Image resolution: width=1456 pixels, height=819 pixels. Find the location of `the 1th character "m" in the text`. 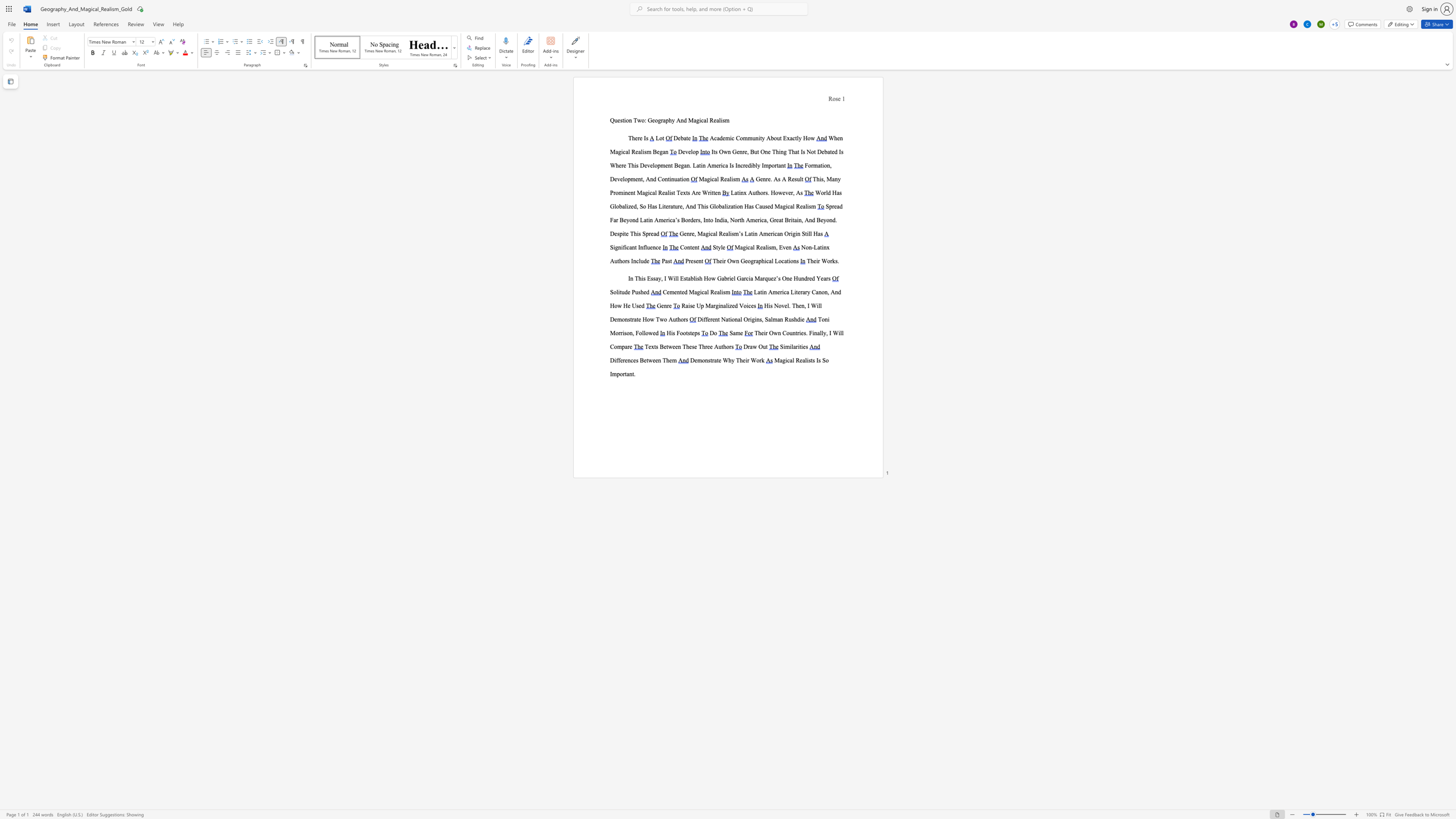

the 1th character "m" in the text is located at coordinates (773, 247).